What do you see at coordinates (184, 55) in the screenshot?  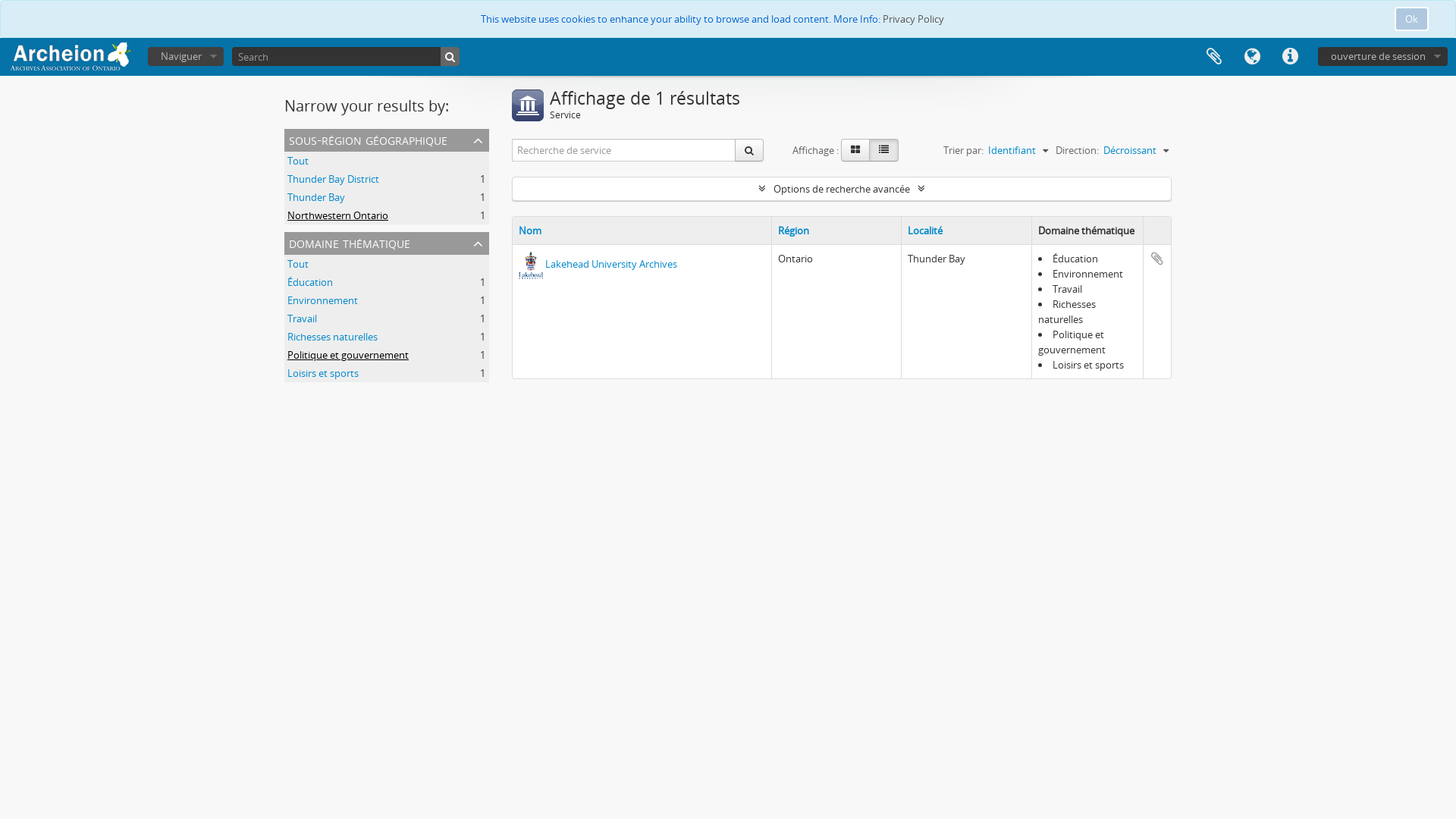 I see `'Naviguer'` at bounding box center [184, 55].